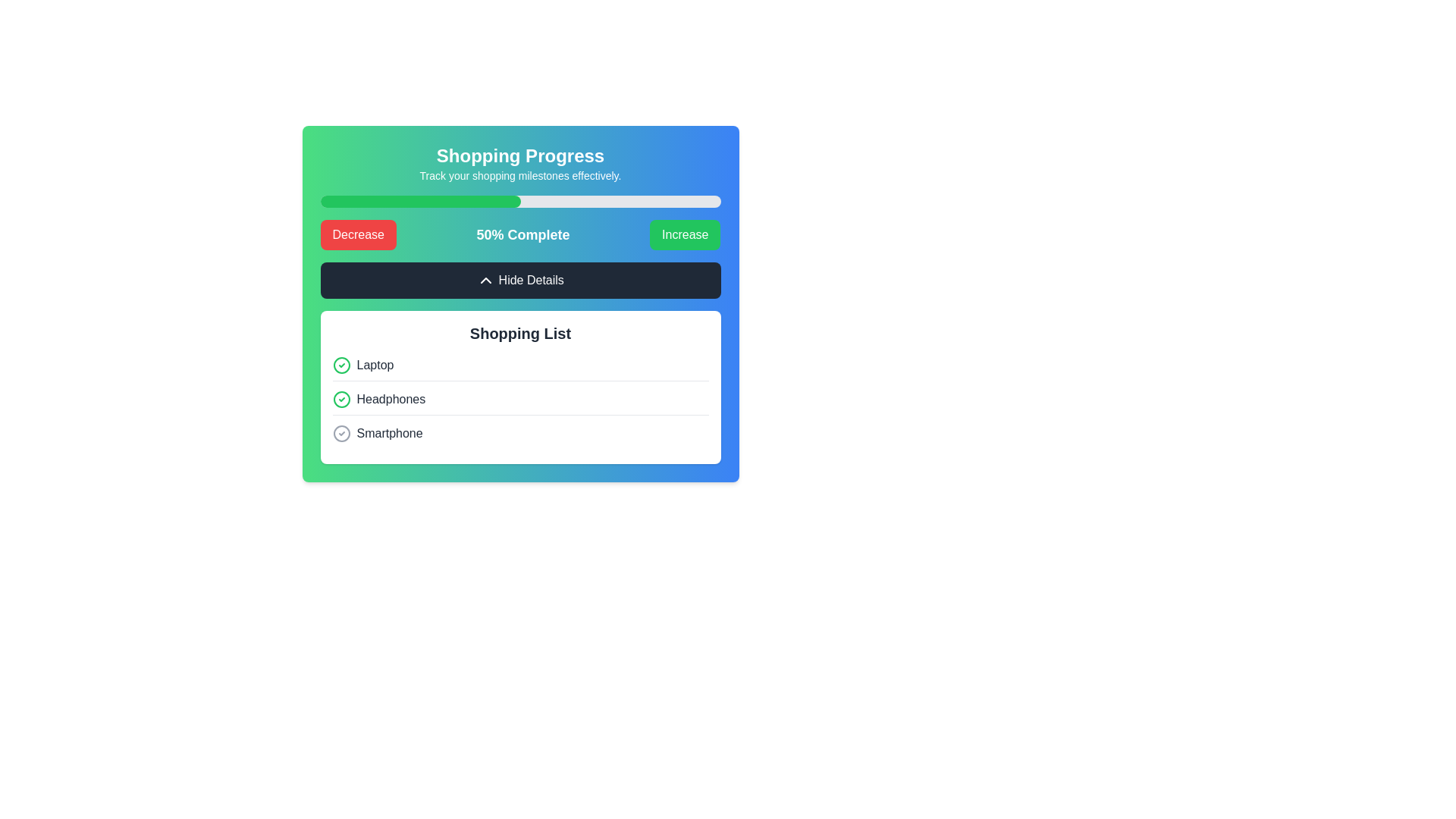 This screenshot has height=819, width=1456. What do you see at coordinates (391, 399) in the screenshot?
I see `the text label displaying 'Headphones', which is styled in a dark color and positioned next to a checked green circular icon, located under the 'Shopping List' header as the second item in the list` at bounding box center [391, 399].